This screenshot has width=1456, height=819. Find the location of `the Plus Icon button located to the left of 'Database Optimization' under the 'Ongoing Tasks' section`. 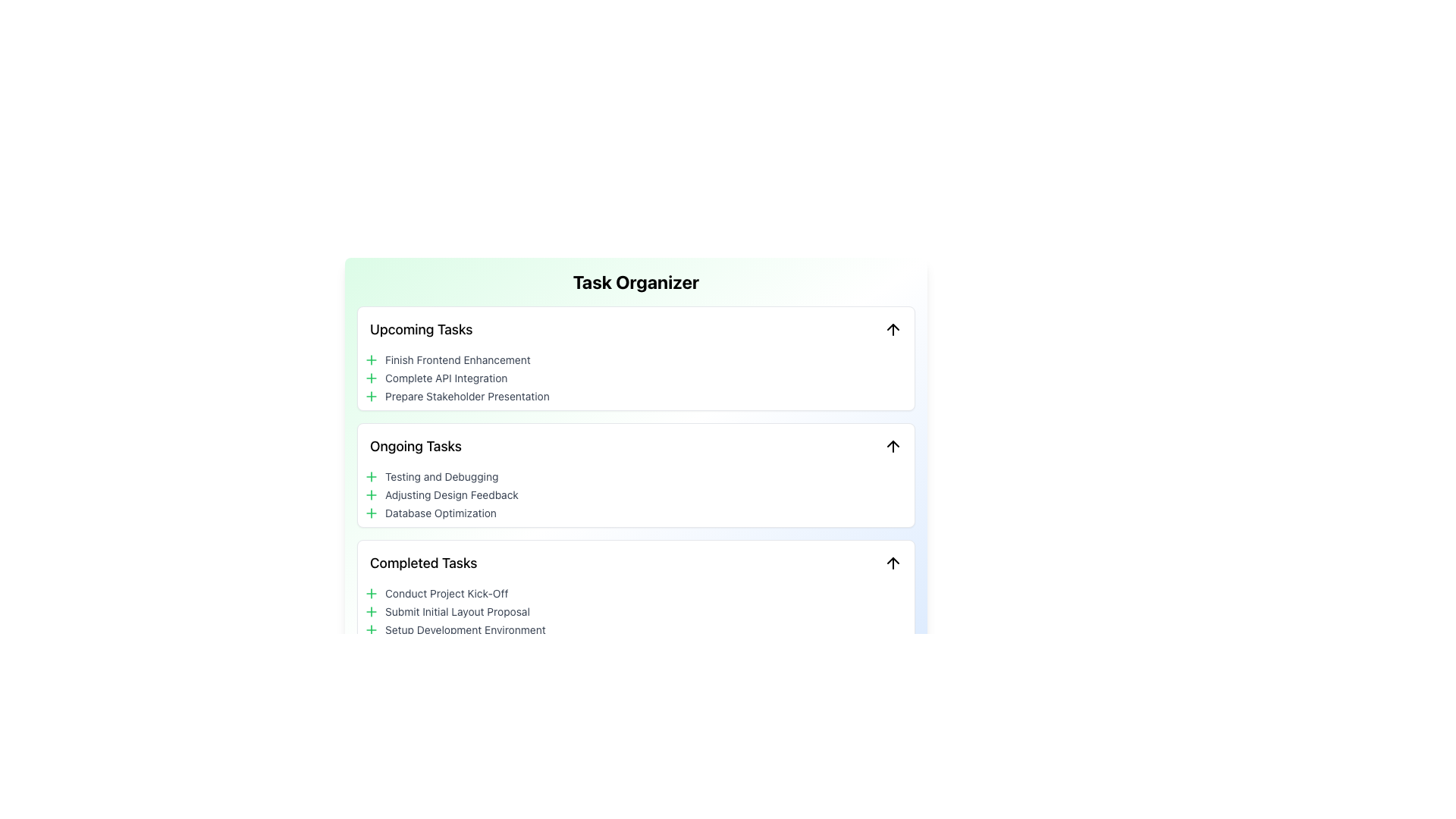

the Plus Icon button located to the left of 'Database Optimization' under the 'Ongoing Tasks' section is located at coordinates (371, 513).